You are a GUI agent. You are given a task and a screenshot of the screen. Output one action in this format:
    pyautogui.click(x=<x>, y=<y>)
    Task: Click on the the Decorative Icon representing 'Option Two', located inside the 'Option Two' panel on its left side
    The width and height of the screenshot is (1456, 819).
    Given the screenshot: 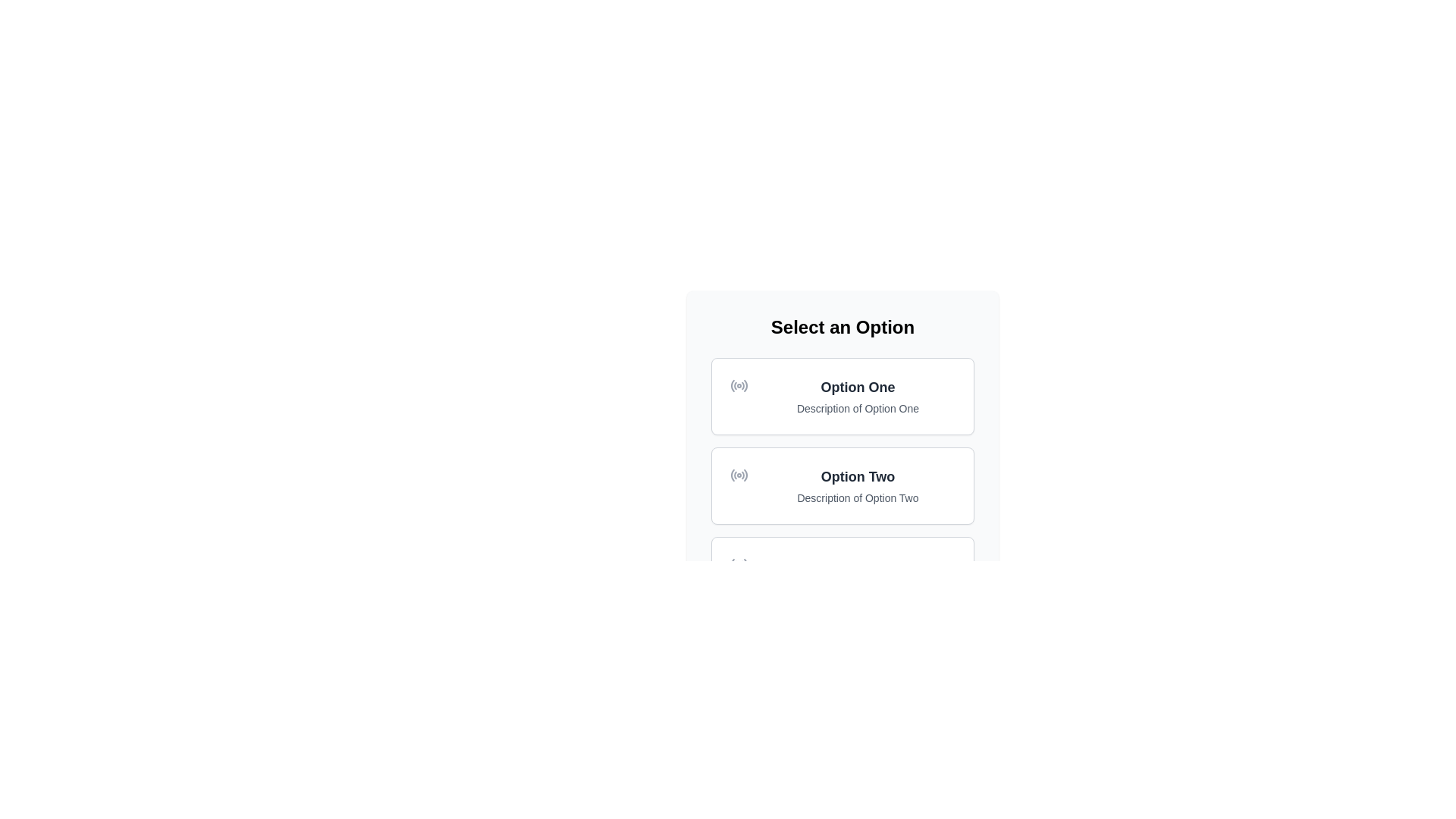 What is the action you would take?
    pyautogui.click(x=739, y=475)
    